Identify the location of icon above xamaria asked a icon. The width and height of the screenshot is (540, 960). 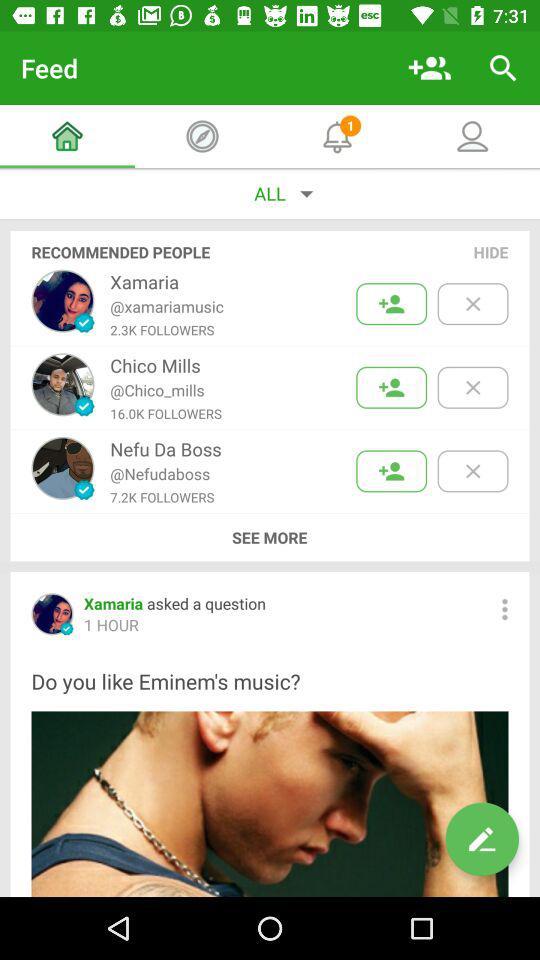
(269, 536).